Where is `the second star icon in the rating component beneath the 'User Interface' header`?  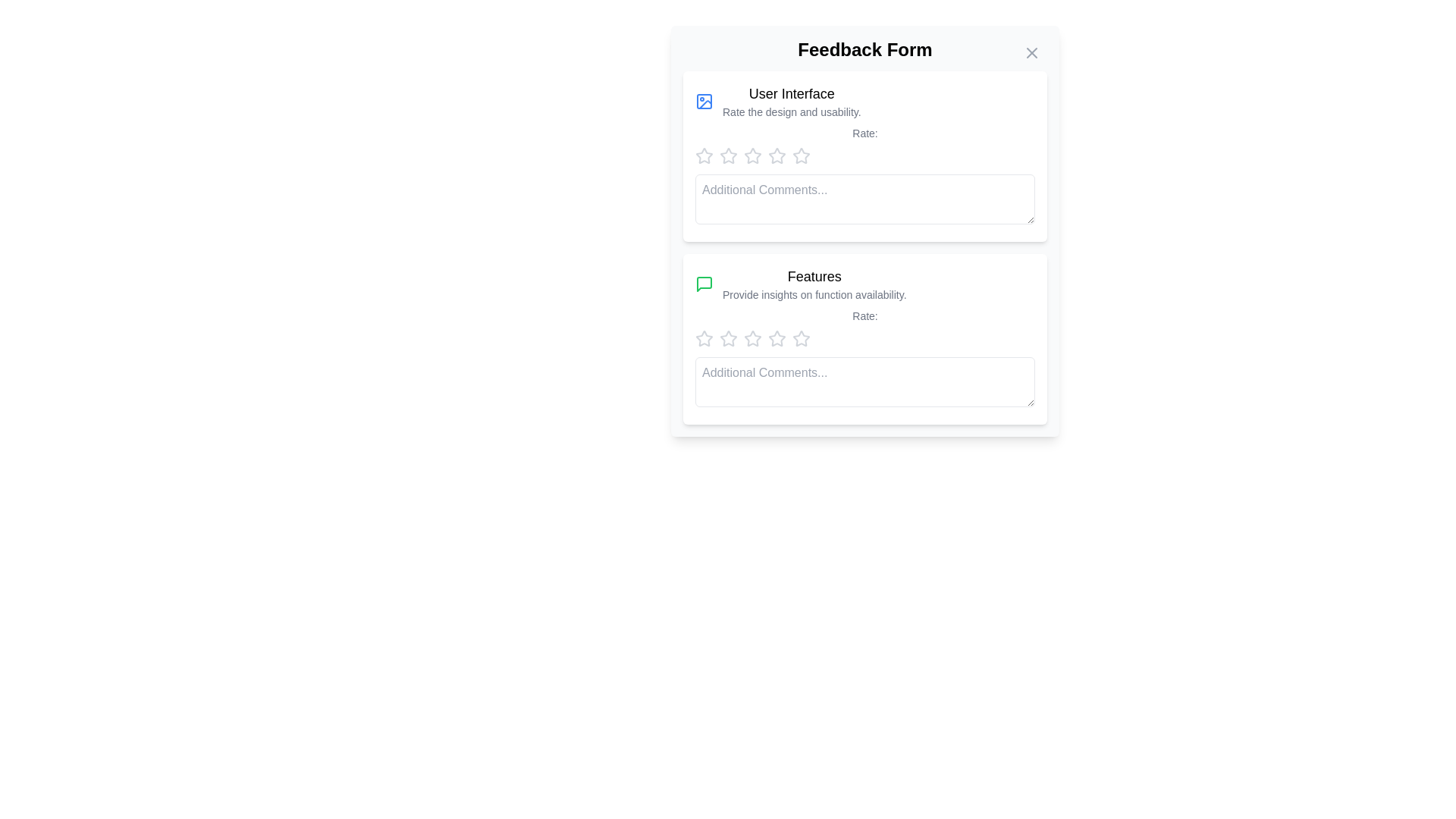 the second star icon in the rating component beneath the 'User Interface' header is located at coordinates (753, 155).